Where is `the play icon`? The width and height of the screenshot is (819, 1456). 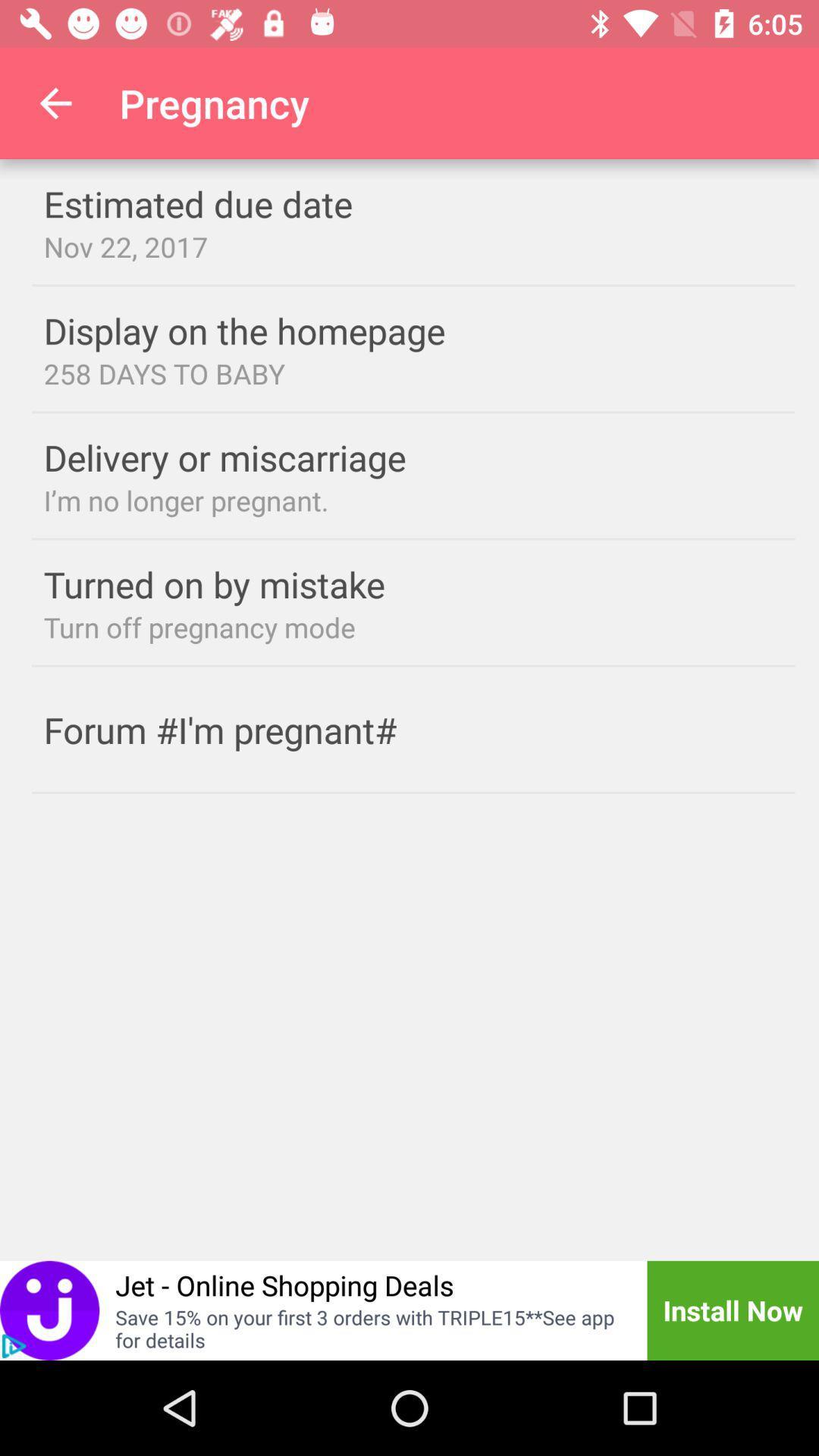 the play icon is located at coordinates (14, 1346).